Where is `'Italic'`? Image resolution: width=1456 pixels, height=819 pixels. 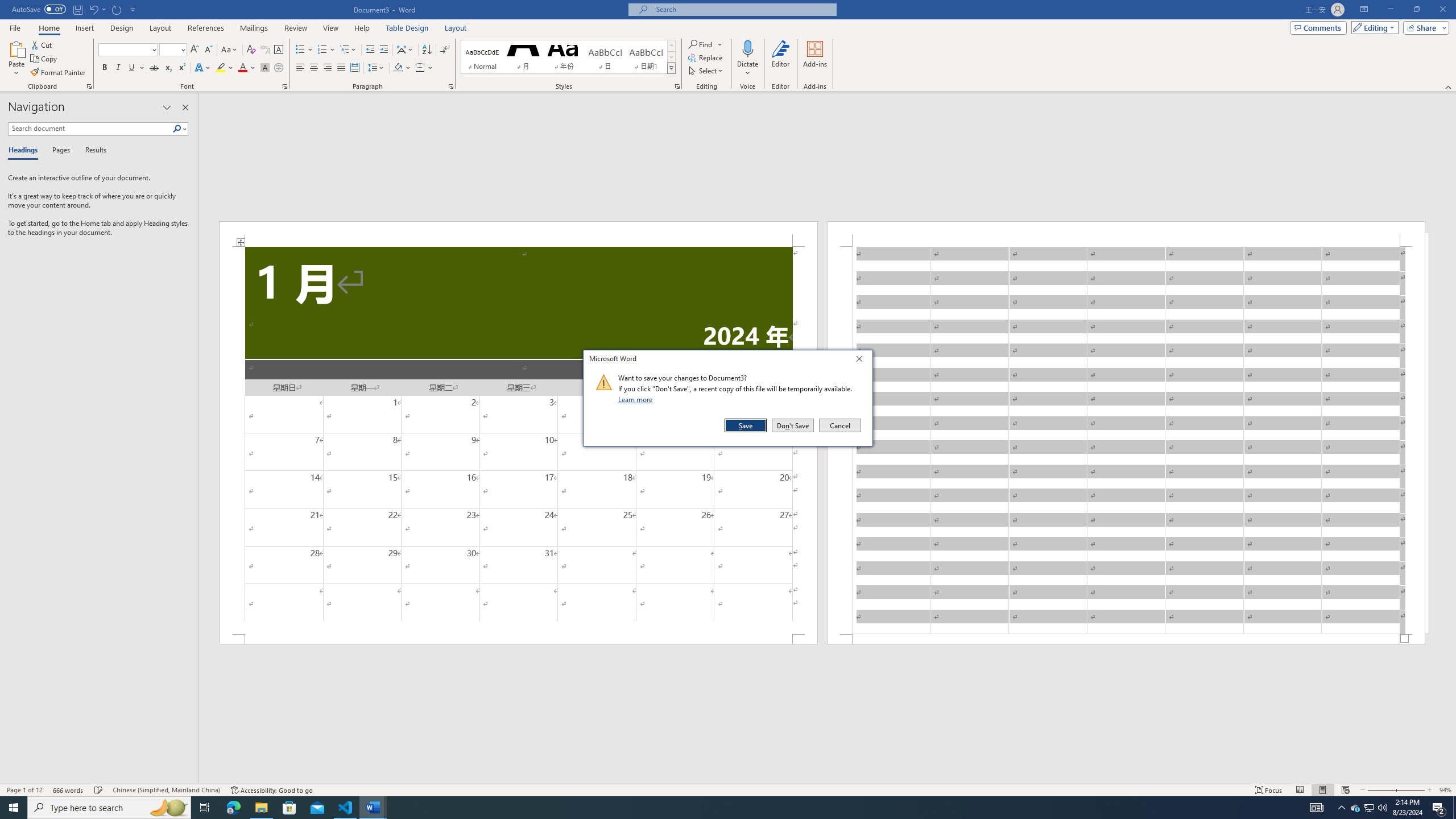 'Italic' is located at coordinates (118, 67).